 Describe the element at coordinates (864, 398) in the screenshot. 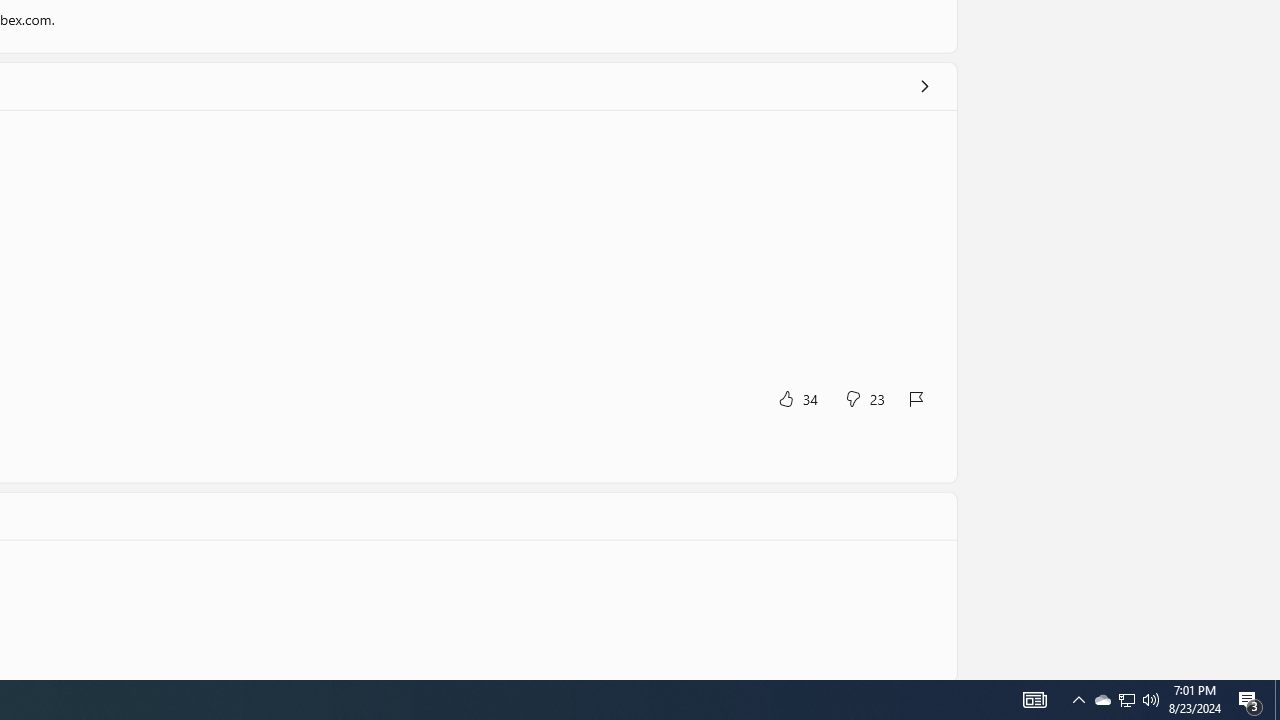

I see `'No, this was not helpful. 23 votes.'` at that location.